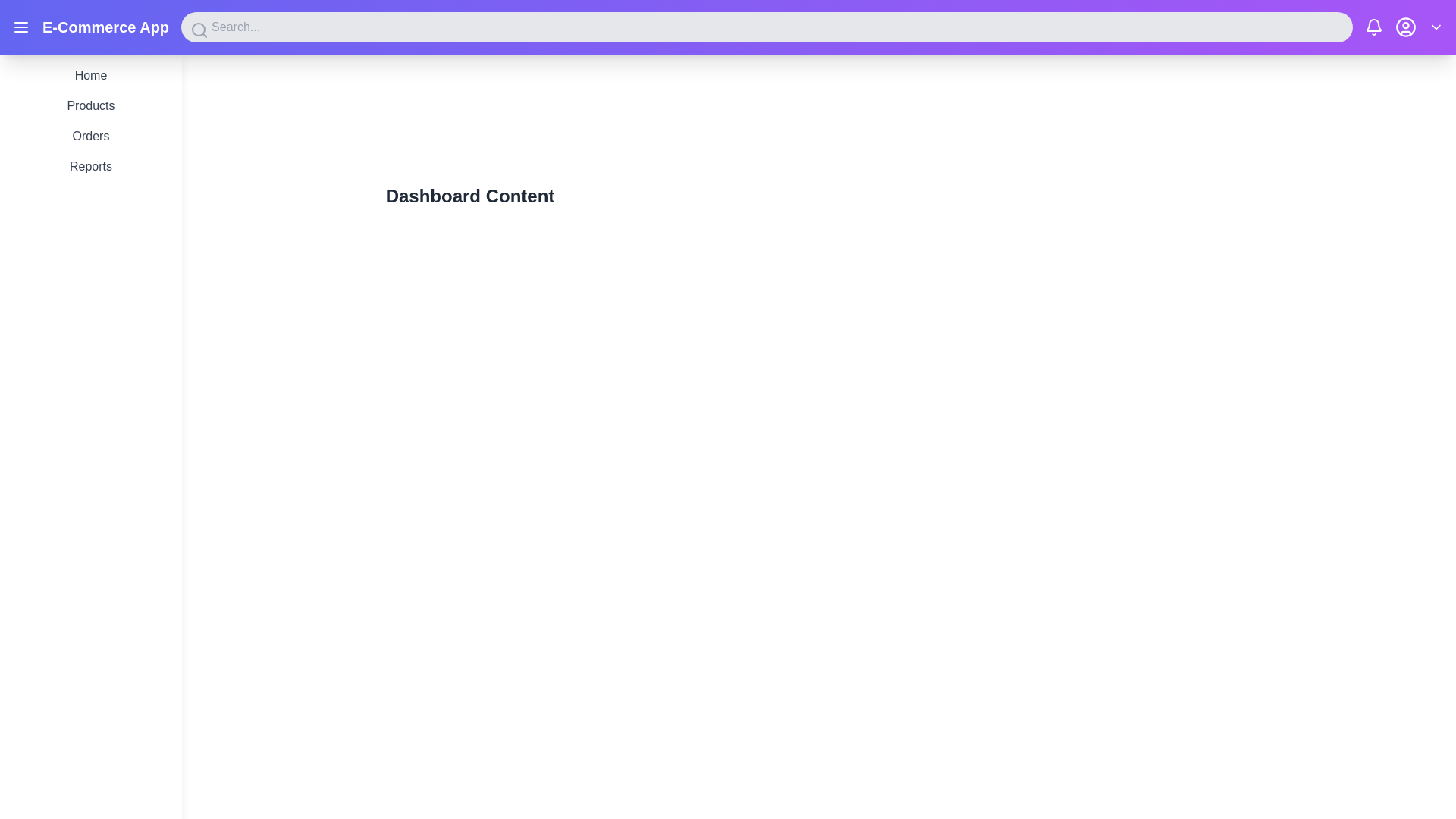  I want to click on the bell-shaped notification icon located in the top-right corner of the header bar, so click(1373, 27).